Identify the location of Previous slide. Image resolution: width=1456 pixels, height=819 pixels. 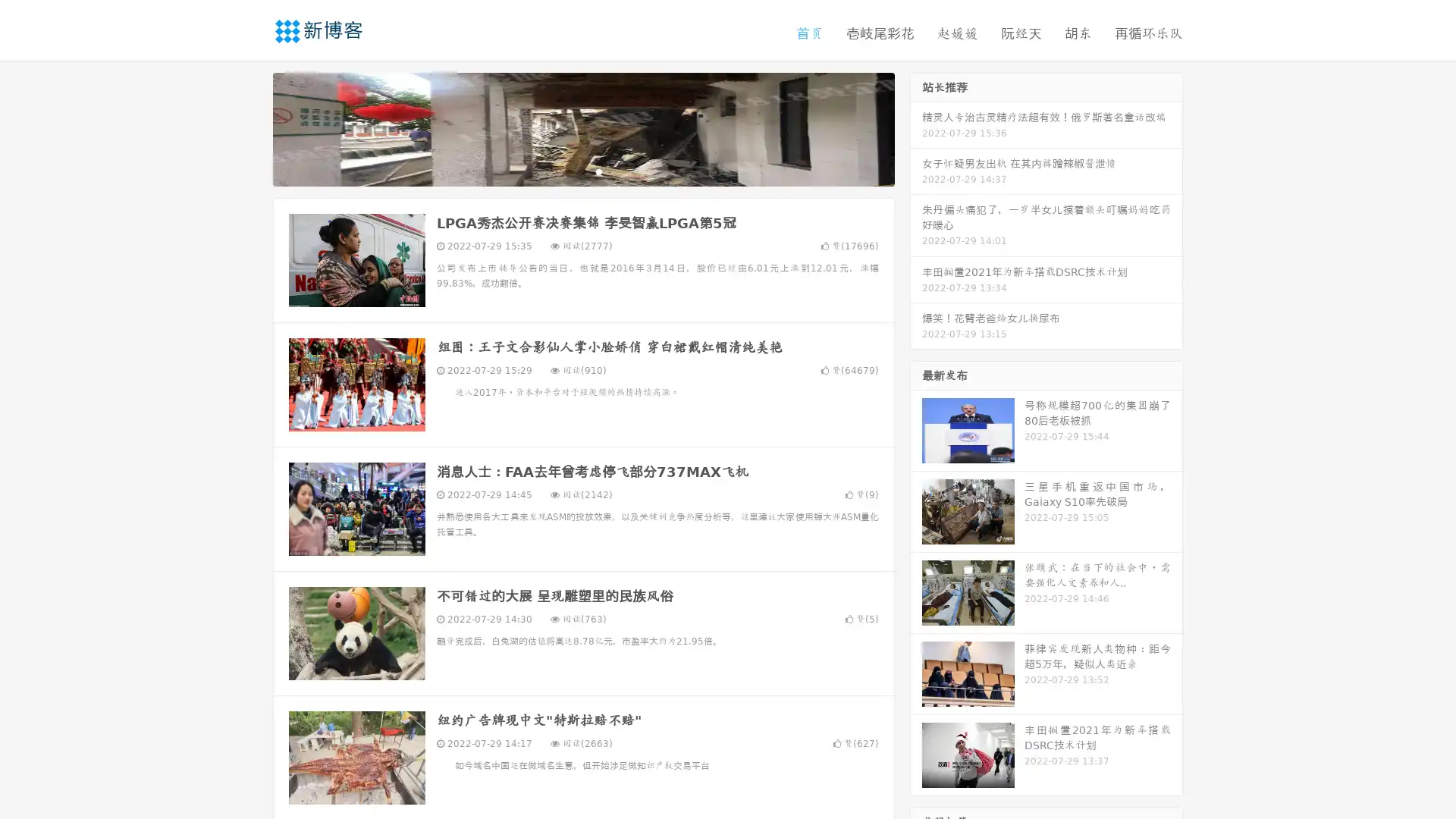
(250, 127).